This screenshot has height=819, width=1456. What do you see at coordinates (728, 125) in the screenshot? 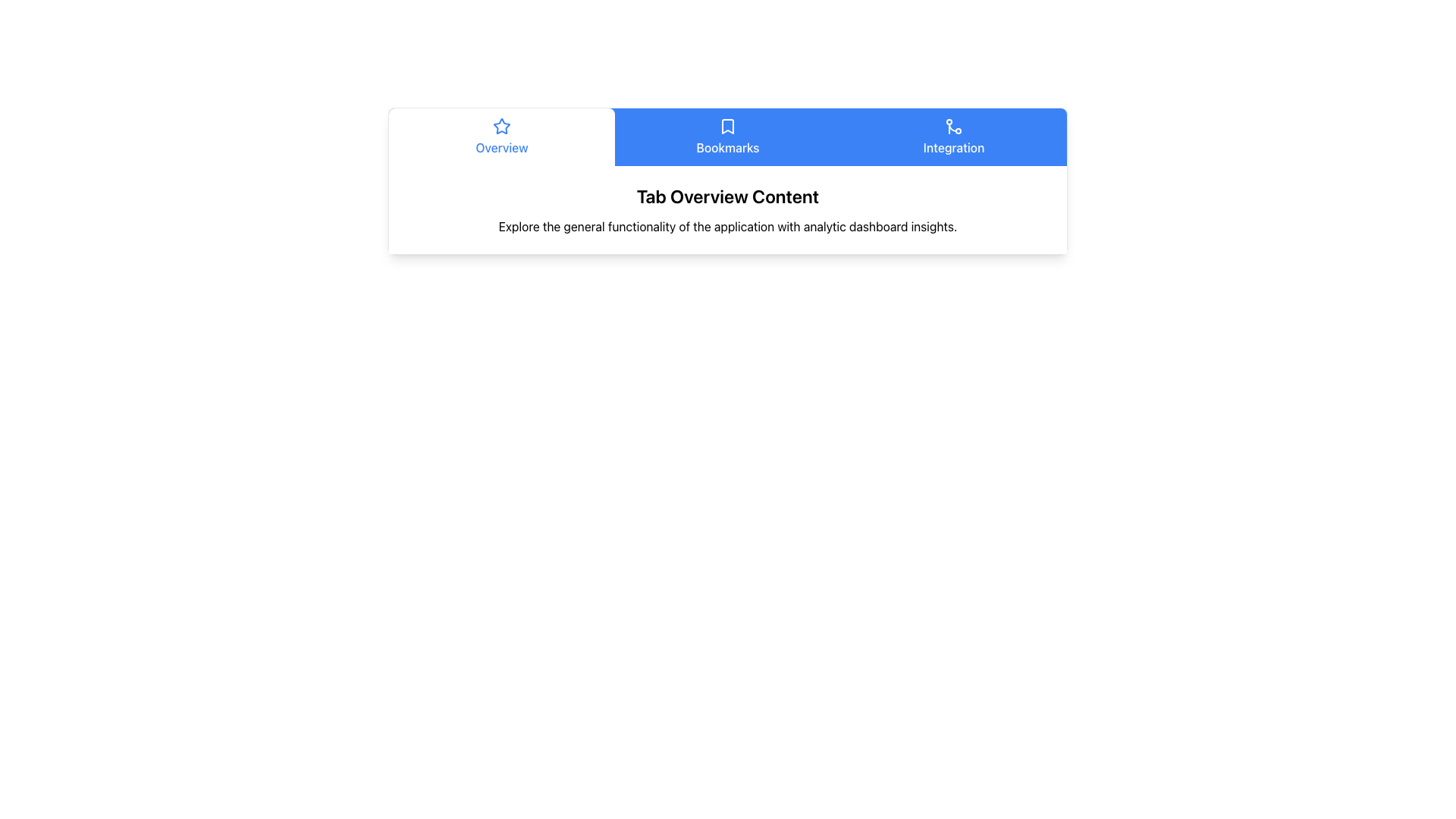
I see `the bookmark icon, which is a small ribbon-shaped icon located in the navigation bar above the 'Bookmarks' label` at bounding box center [728, 125].